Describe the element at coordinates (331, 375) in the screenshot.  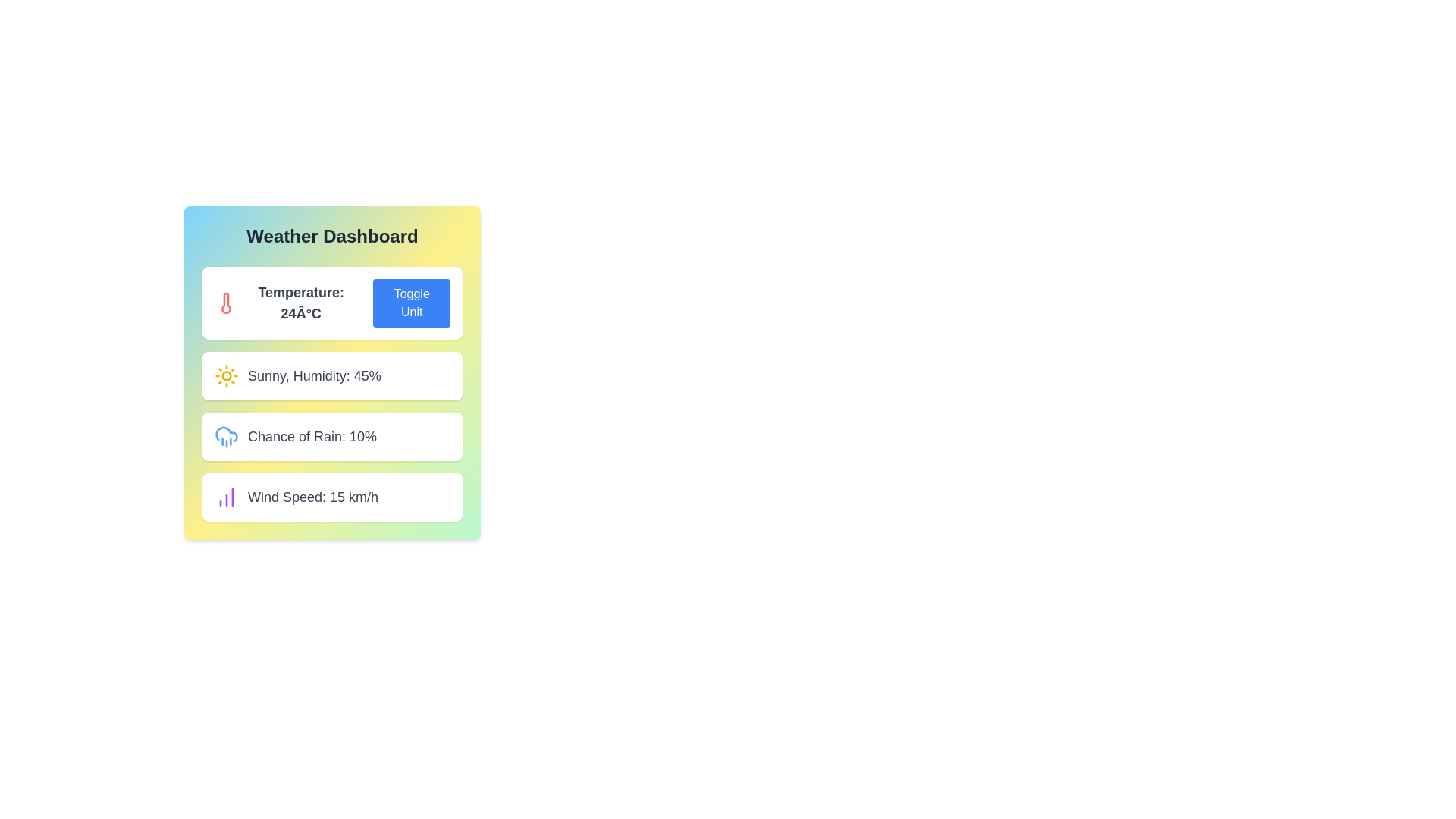
I see `the information display section that shows the current sunny weather conditions and humidity level, which is the second item listed under the weather statistics section` at that location.